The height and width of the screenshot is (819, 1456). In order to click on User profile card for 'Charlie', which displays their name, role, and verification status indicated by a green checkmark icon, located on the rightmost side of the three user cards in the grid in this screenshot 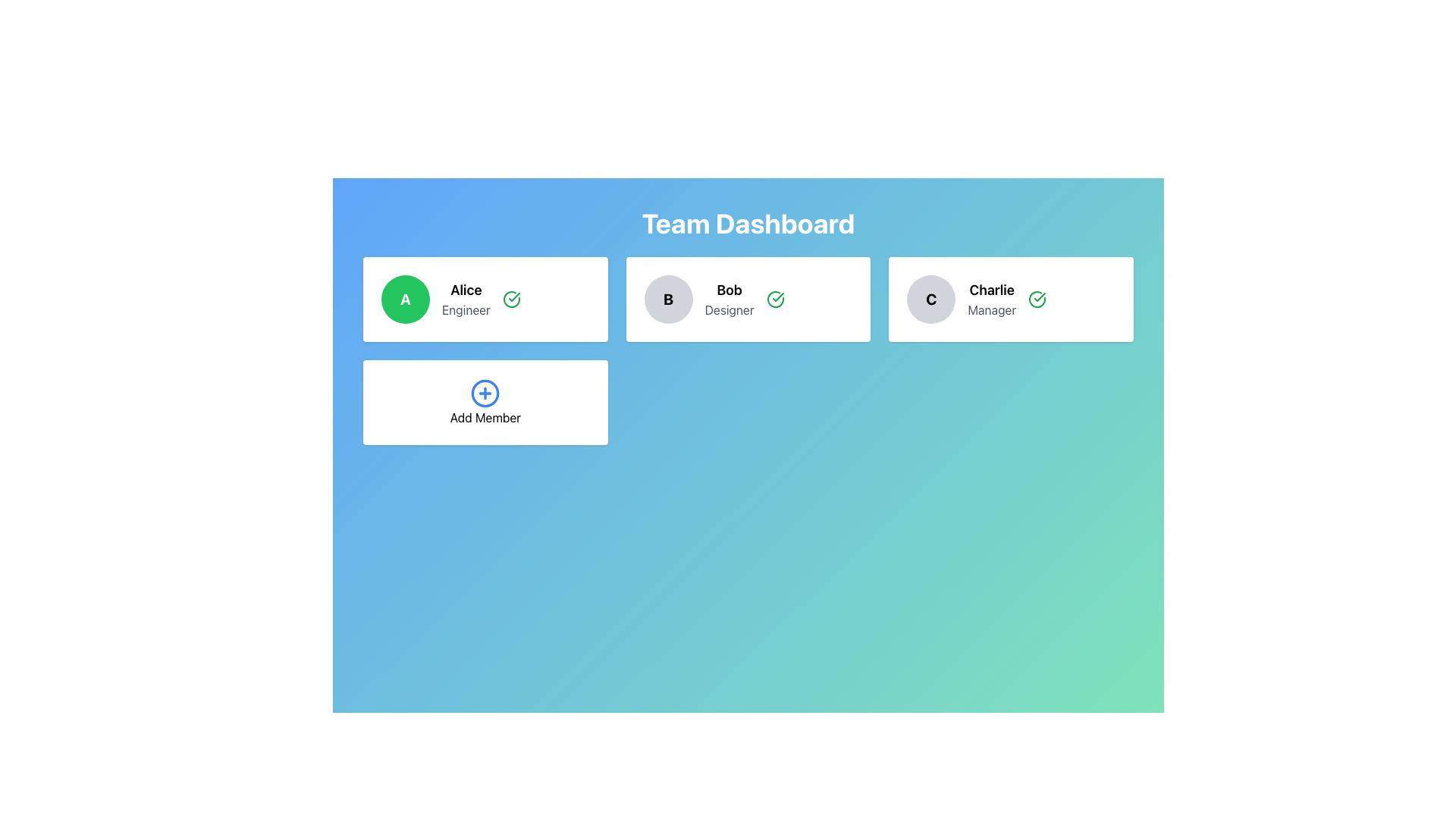, I will do `click(1011, 299)`.